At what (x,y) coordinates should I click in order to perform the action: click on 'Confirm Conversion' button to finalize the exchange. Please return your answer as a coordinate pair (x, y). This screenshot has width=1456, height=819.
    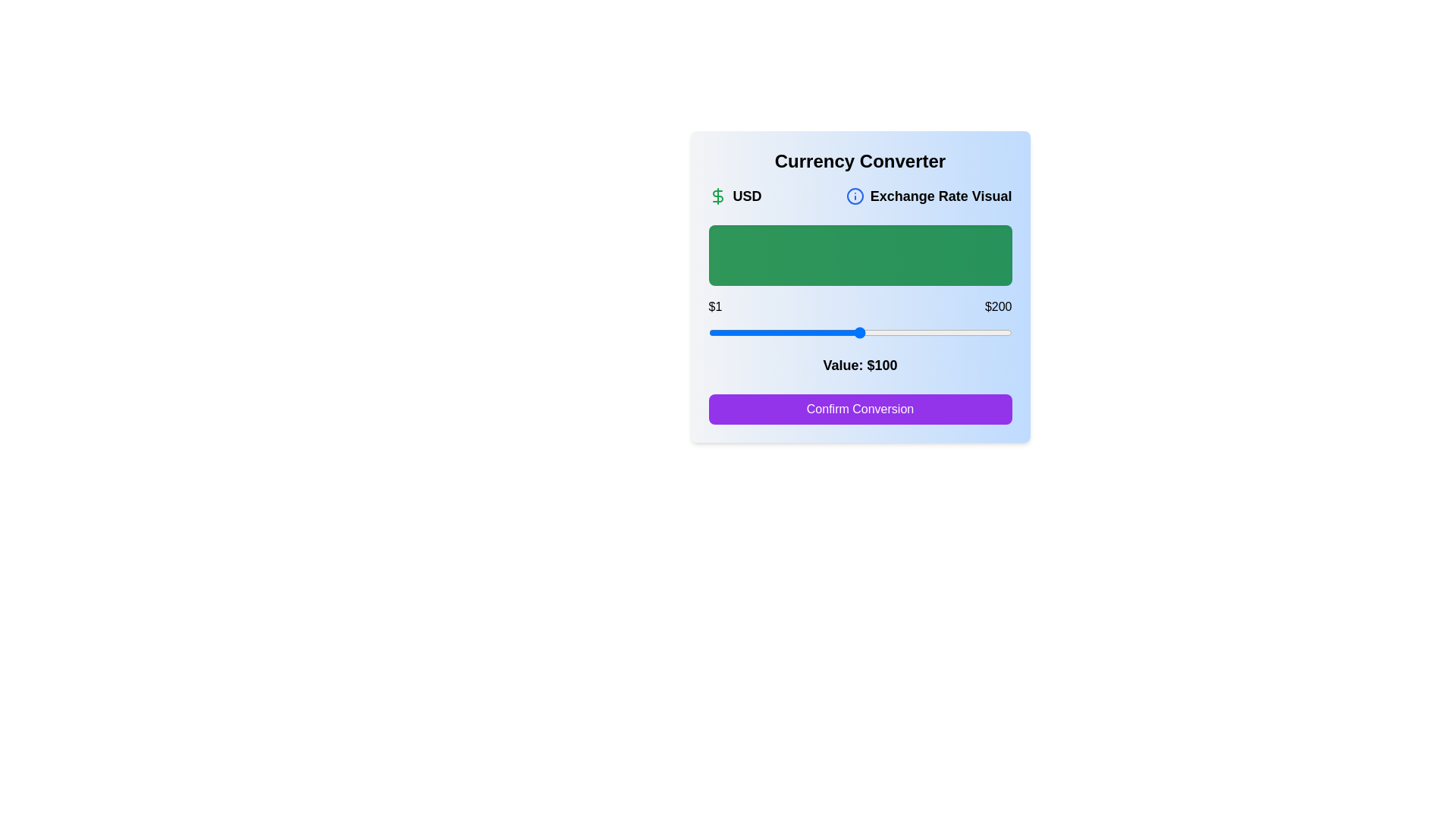
    Looking at the image, I should click on (860, 409).